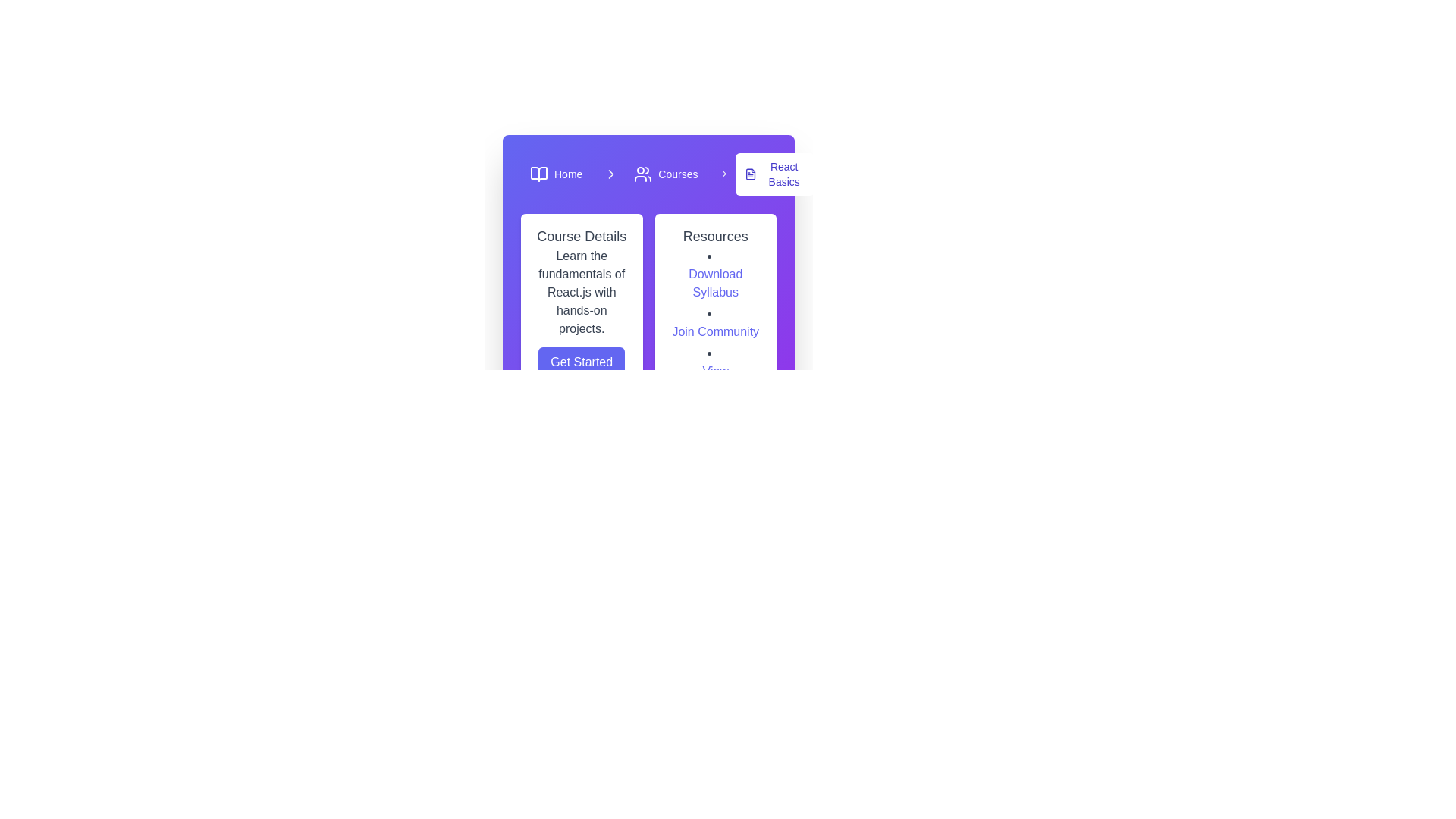  What do you see at coordinates (714, 275) in the screenshot?
I see `the first hyperlink in the 'Resources' section to download the syllabus` at bounding box center [714, 275].